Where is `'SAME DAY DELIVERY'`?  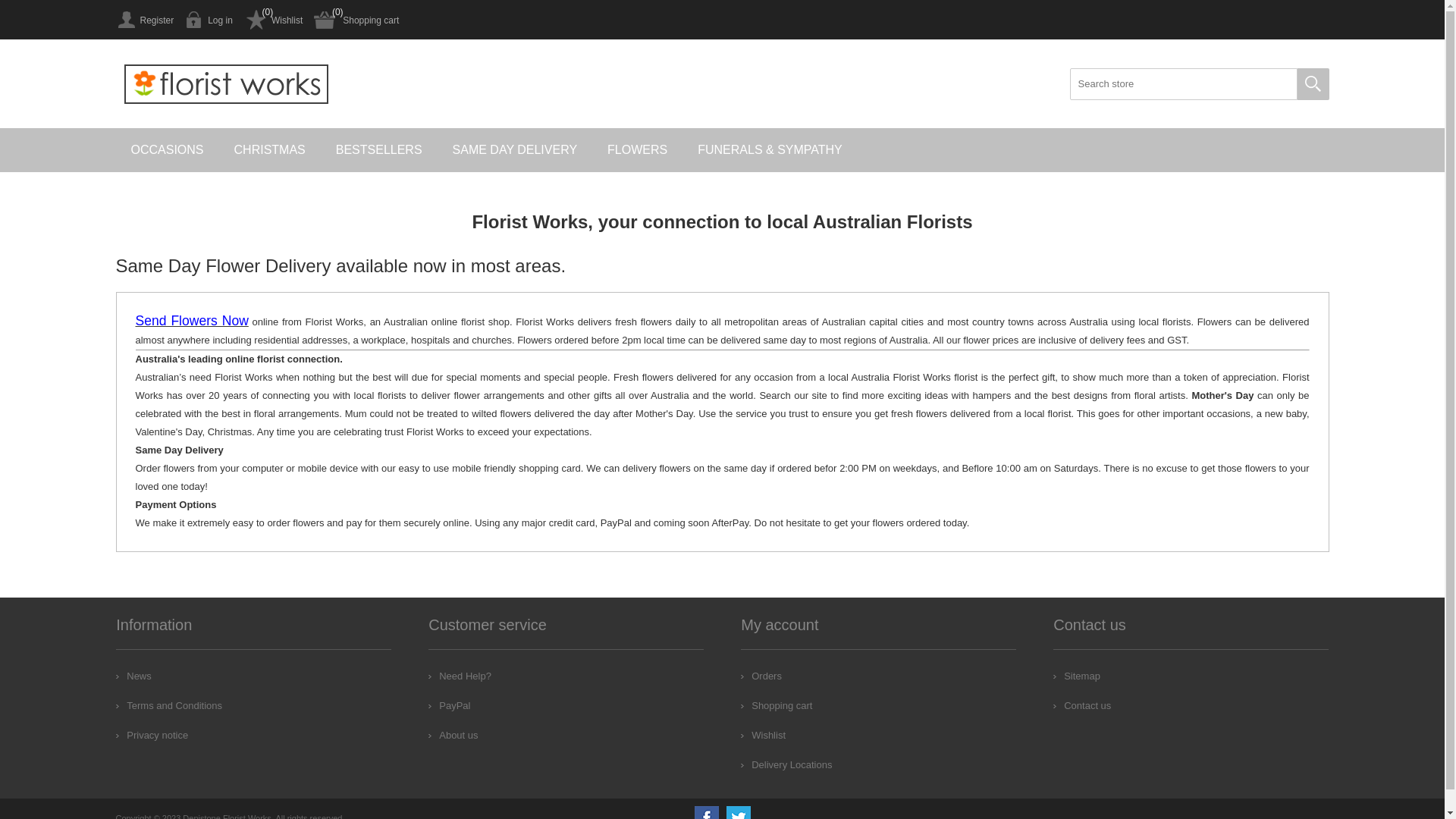 'SAME DAY DELIVERY' is located at coordinates (515, 149).